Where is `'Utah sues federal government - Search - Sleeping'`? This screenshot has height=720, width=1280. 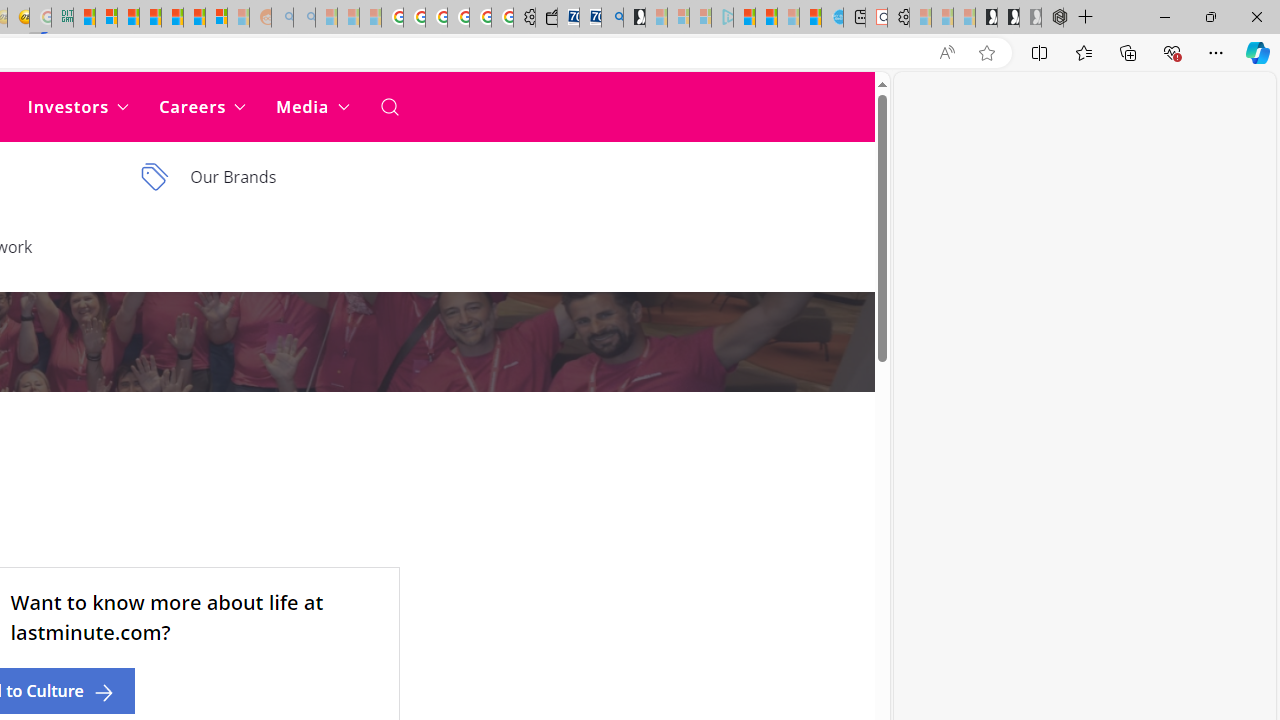 'Utah sues federal government - Search - Sleeping' is located at coordinates (303, 17).